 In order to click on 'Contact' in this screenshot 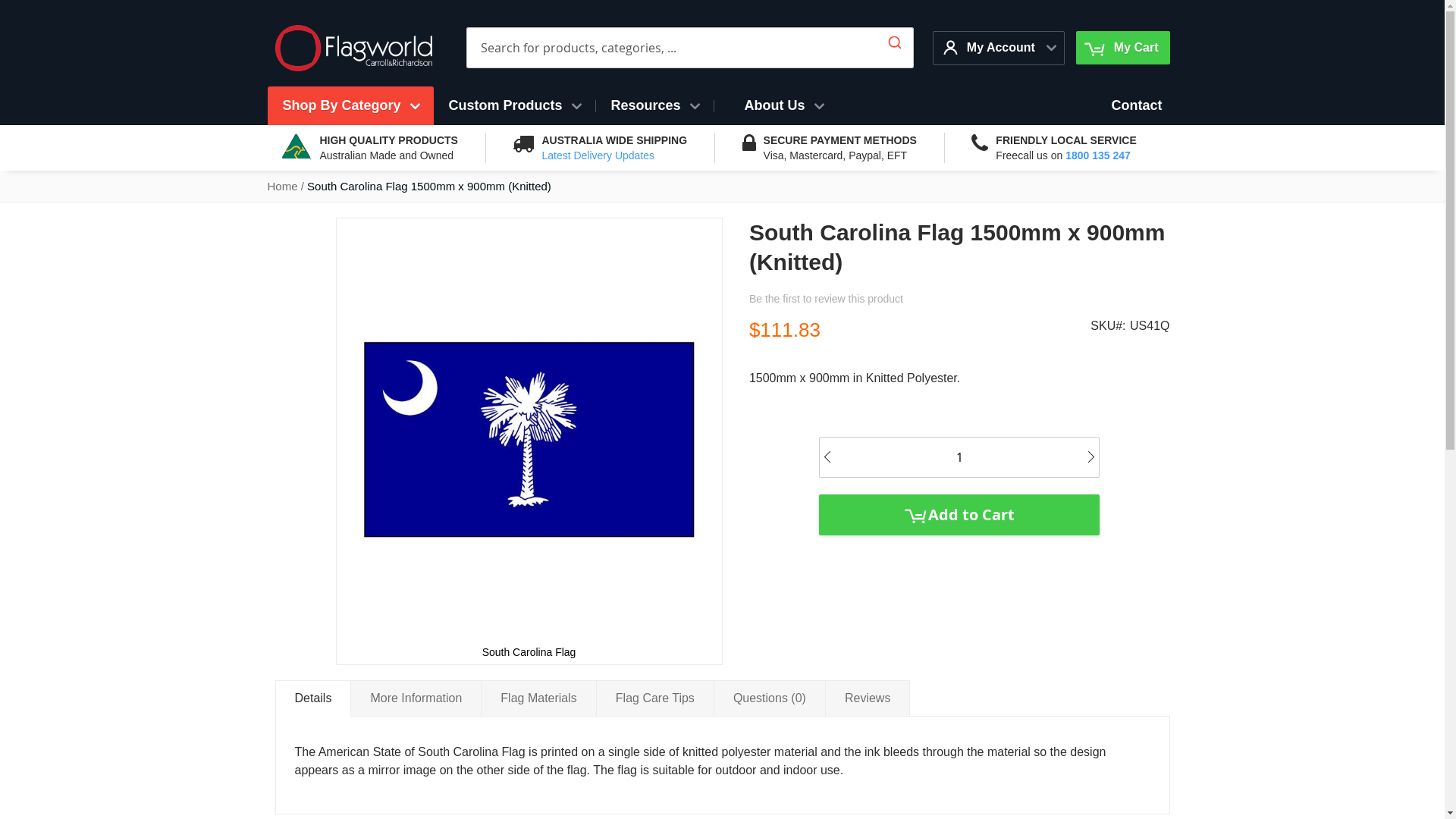, I will do `click(1137, 105)`.